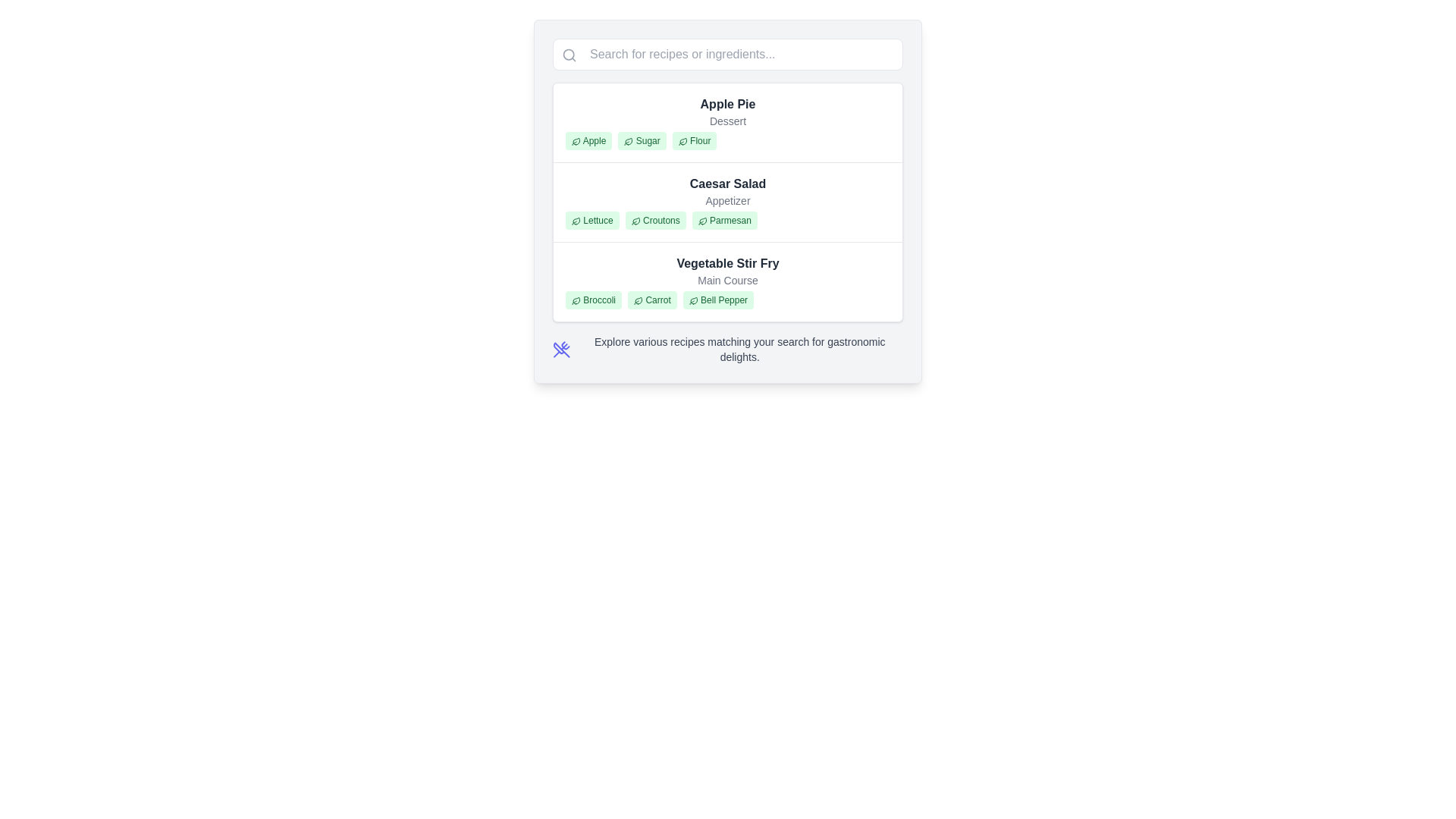 This screenshot has height=819, width=1456. Describe the element at coordinates (701, 221) in the screenshot. I see `the leaf-shaped SVG icon next to the Parmesan item in the Caesar Salad ingredient list` at that location.